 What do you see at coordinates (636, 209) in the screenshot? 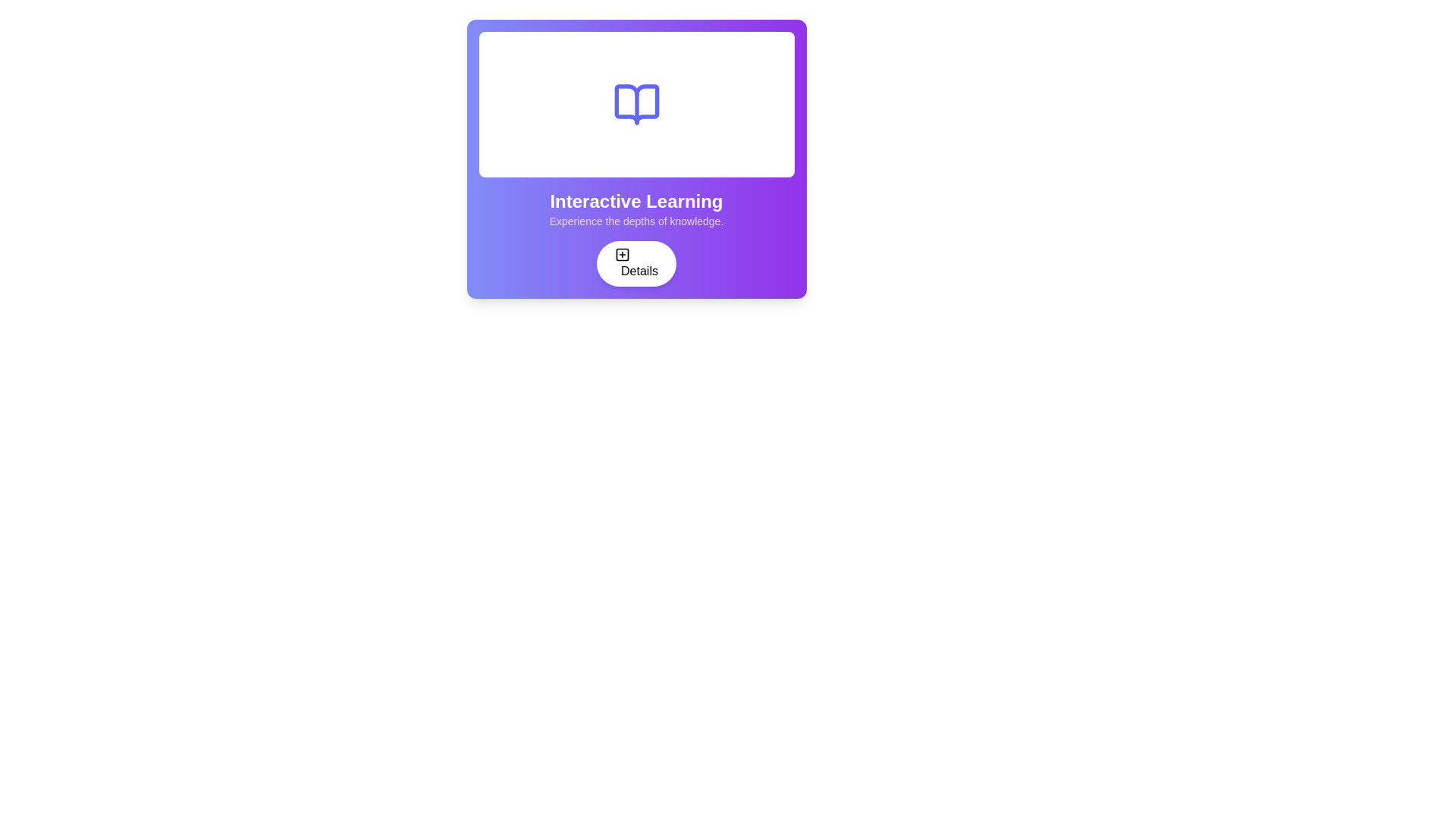
I see `text from the title and description block located within the interactive learning section, which is positioned above the 'Details' button and below the white rectangular section containing an icon` at bounding box center [636, 209].